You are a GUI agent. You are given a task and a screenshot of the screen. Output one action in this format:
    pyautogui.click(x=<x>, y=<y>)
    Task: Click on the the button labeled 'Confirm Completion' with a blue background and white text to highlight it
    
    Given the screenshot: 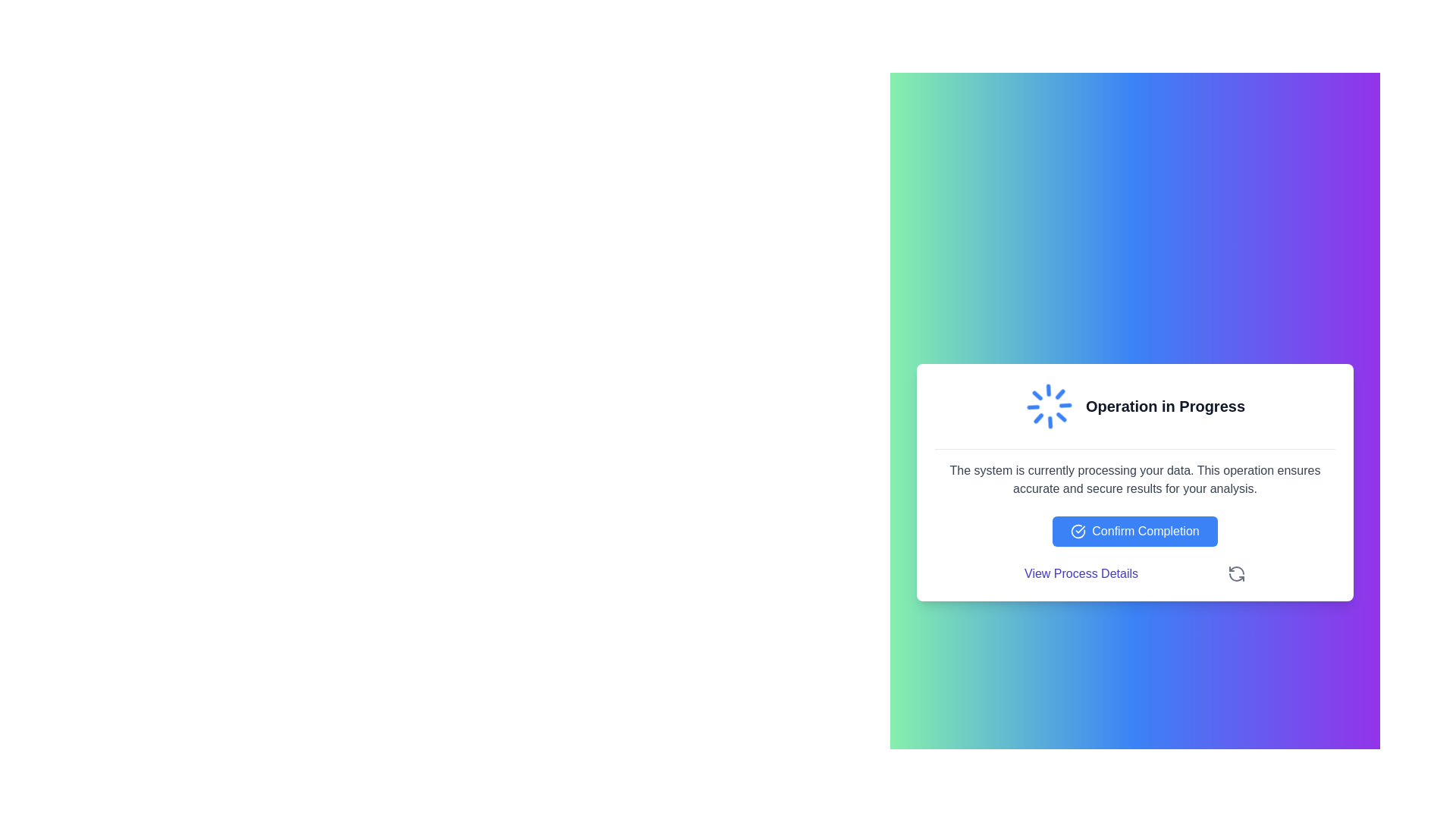 What is the action you would take?
    pyautogui.click(x=1135, y=530)
    